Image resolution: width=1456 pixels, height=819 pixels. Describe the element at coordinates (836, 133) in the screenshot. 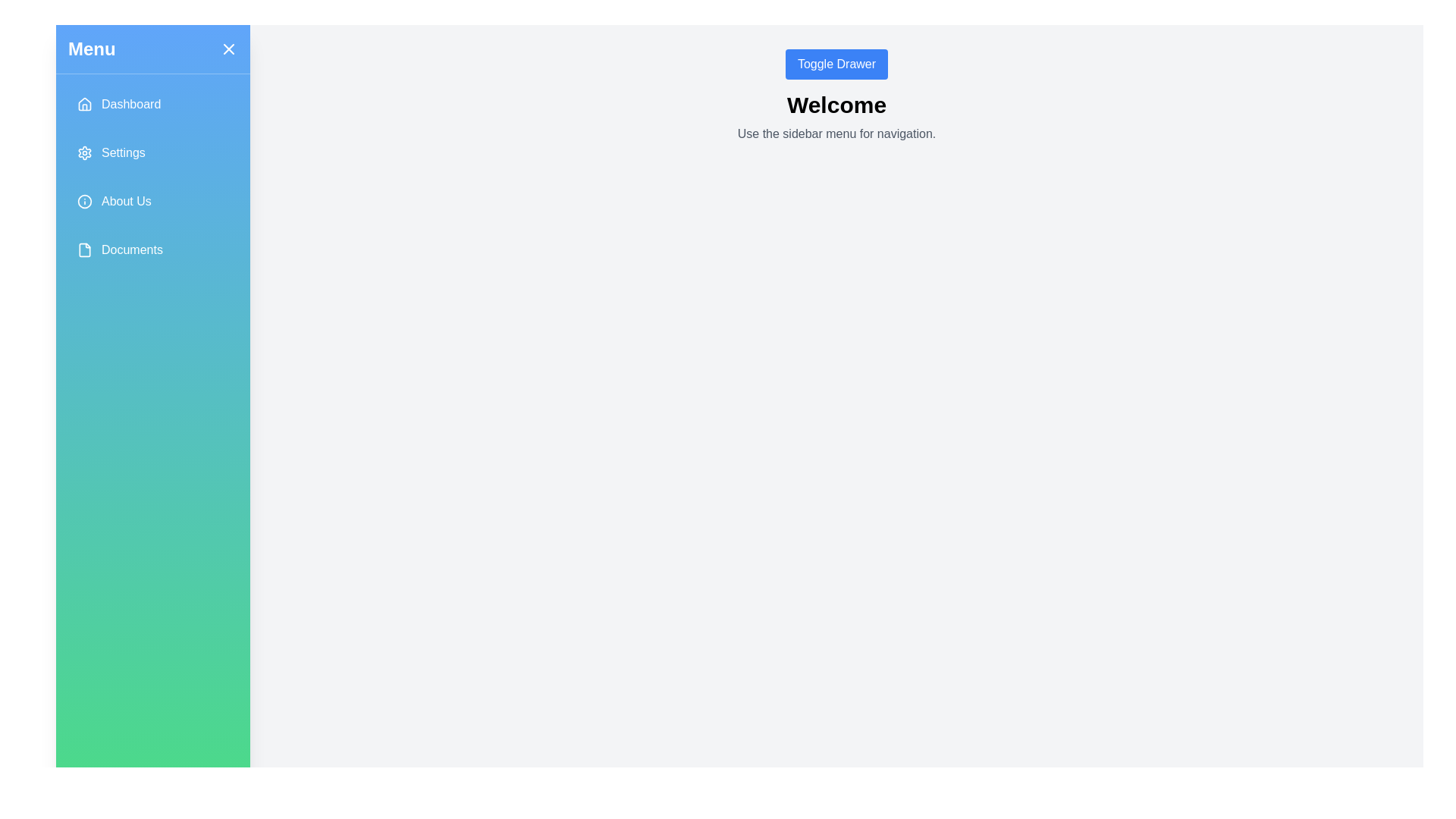

I see `the introductory text area to read it` at that location.